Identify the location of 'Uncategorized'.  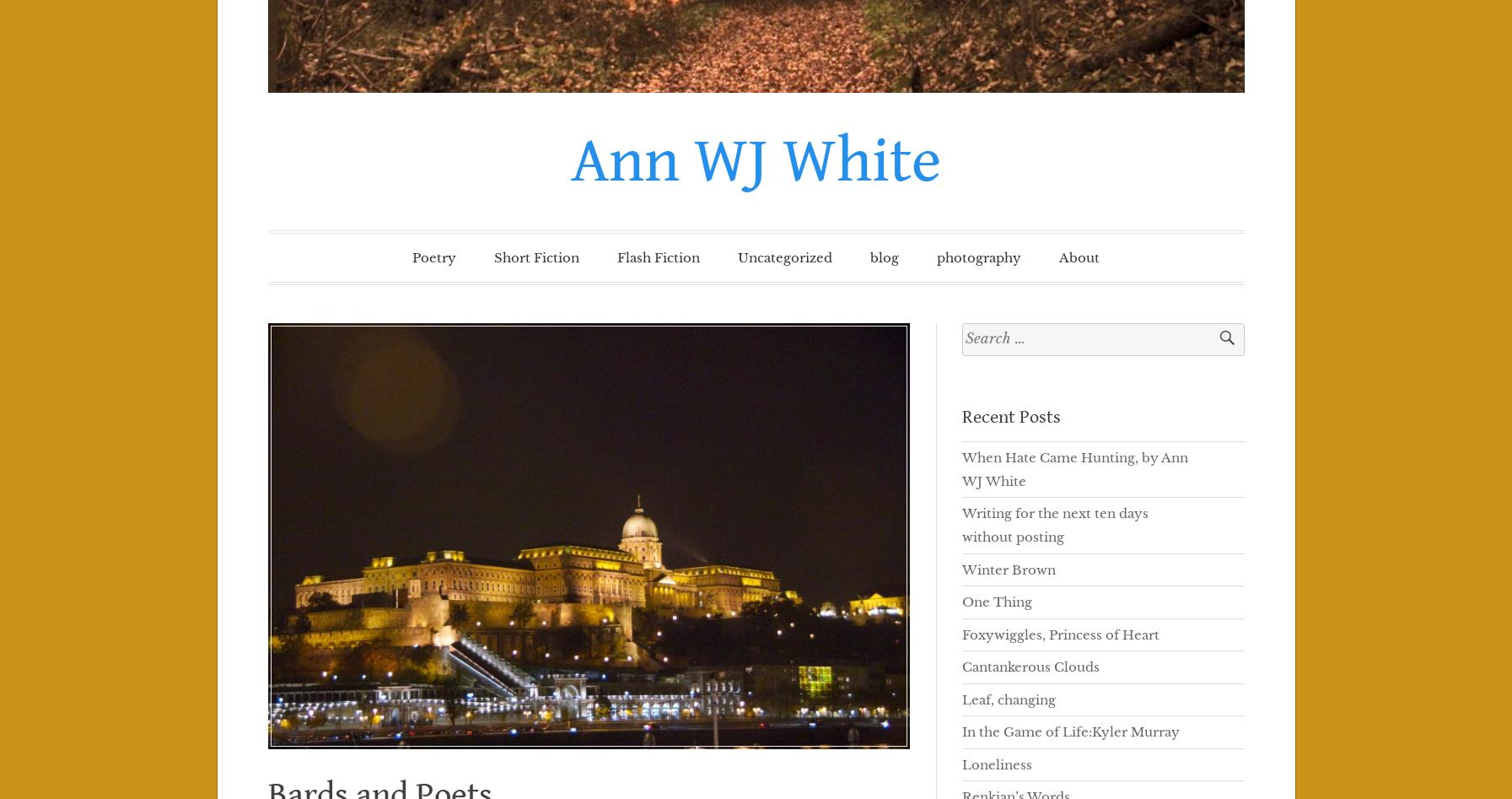
(784, 256).